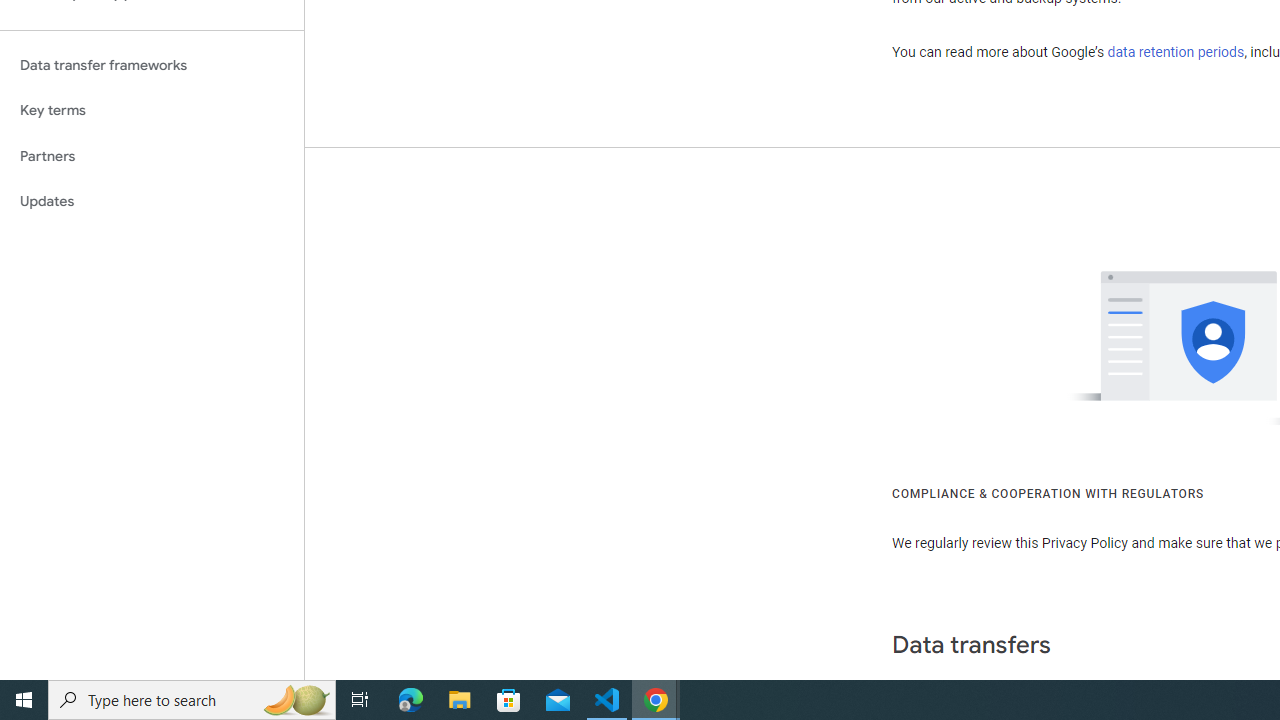 This screenshot has width=1280, height=720. I want to click on 'data retention periods', so click(1176, 51).